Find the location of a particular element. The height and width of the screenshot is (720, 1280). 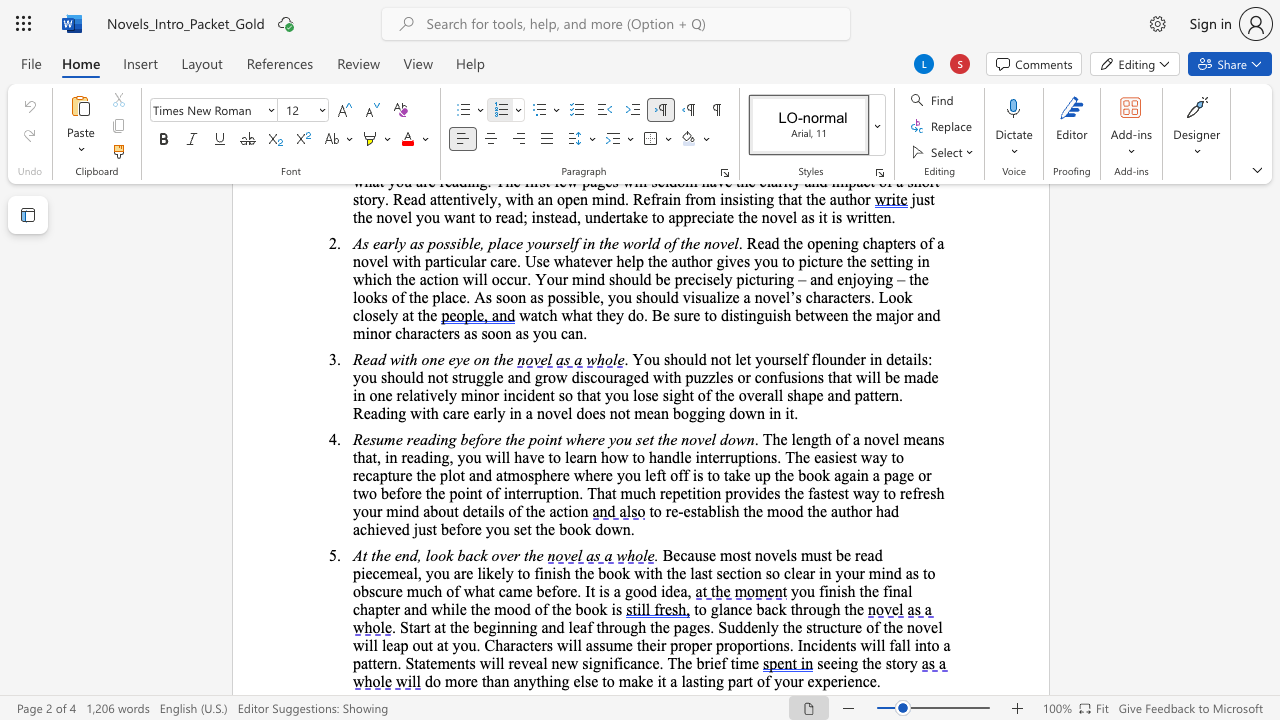

the 6th character "l" in the text is located at coordinates (792, 573).